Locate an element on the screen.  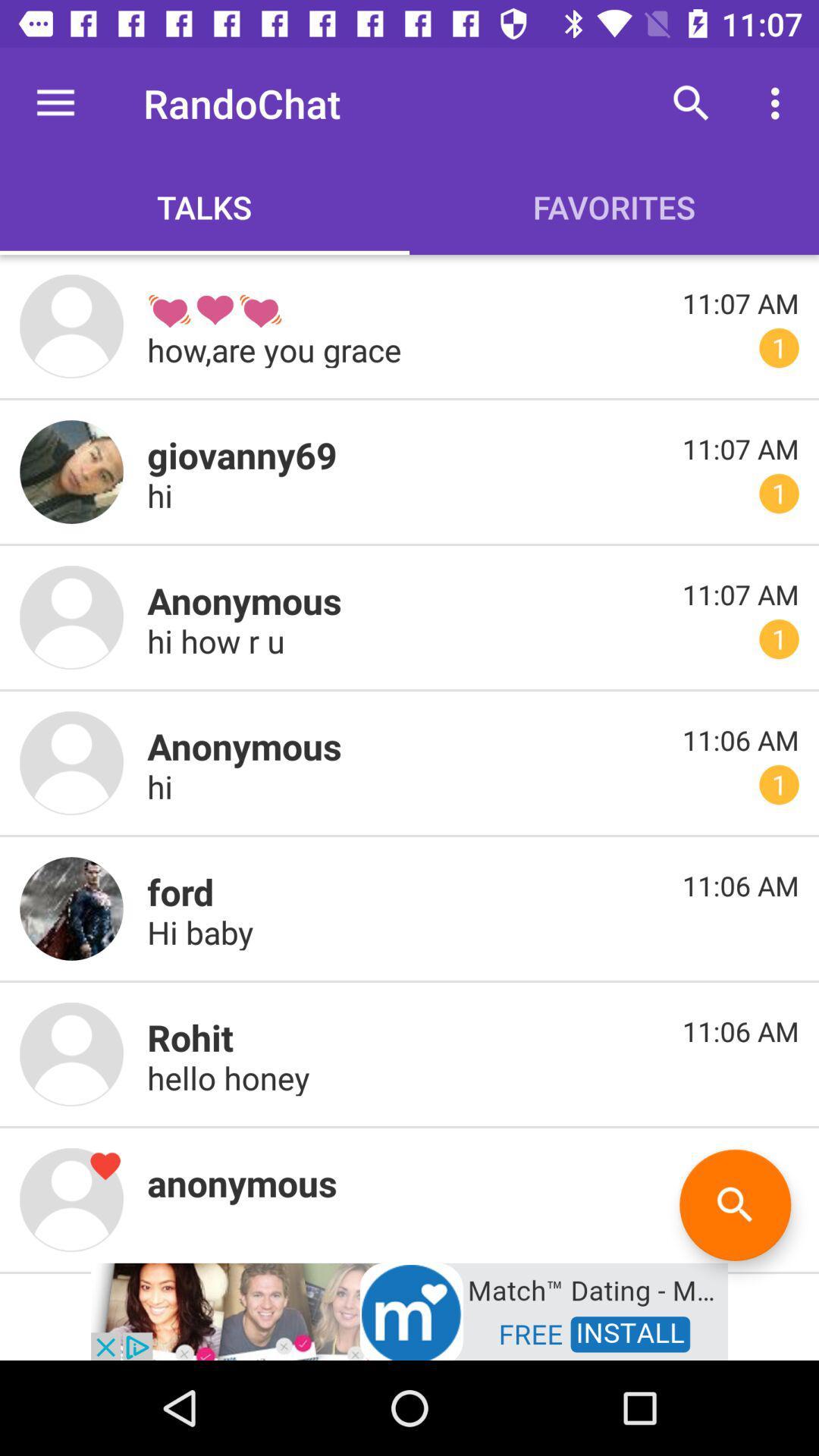
search is located at coordinates (734, 1204).